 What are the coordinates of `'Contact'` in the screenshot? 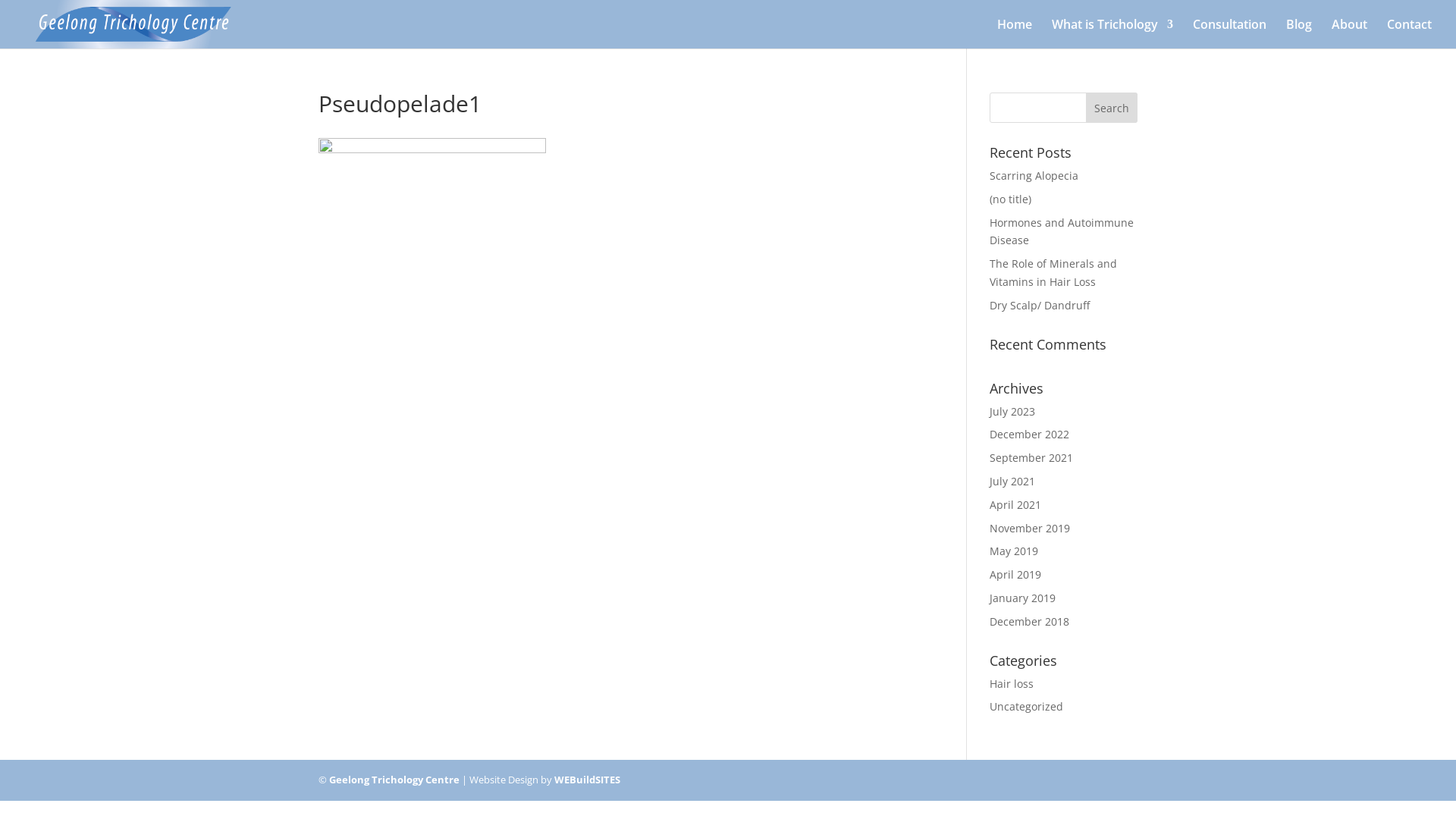 It's located at (1408, 33).